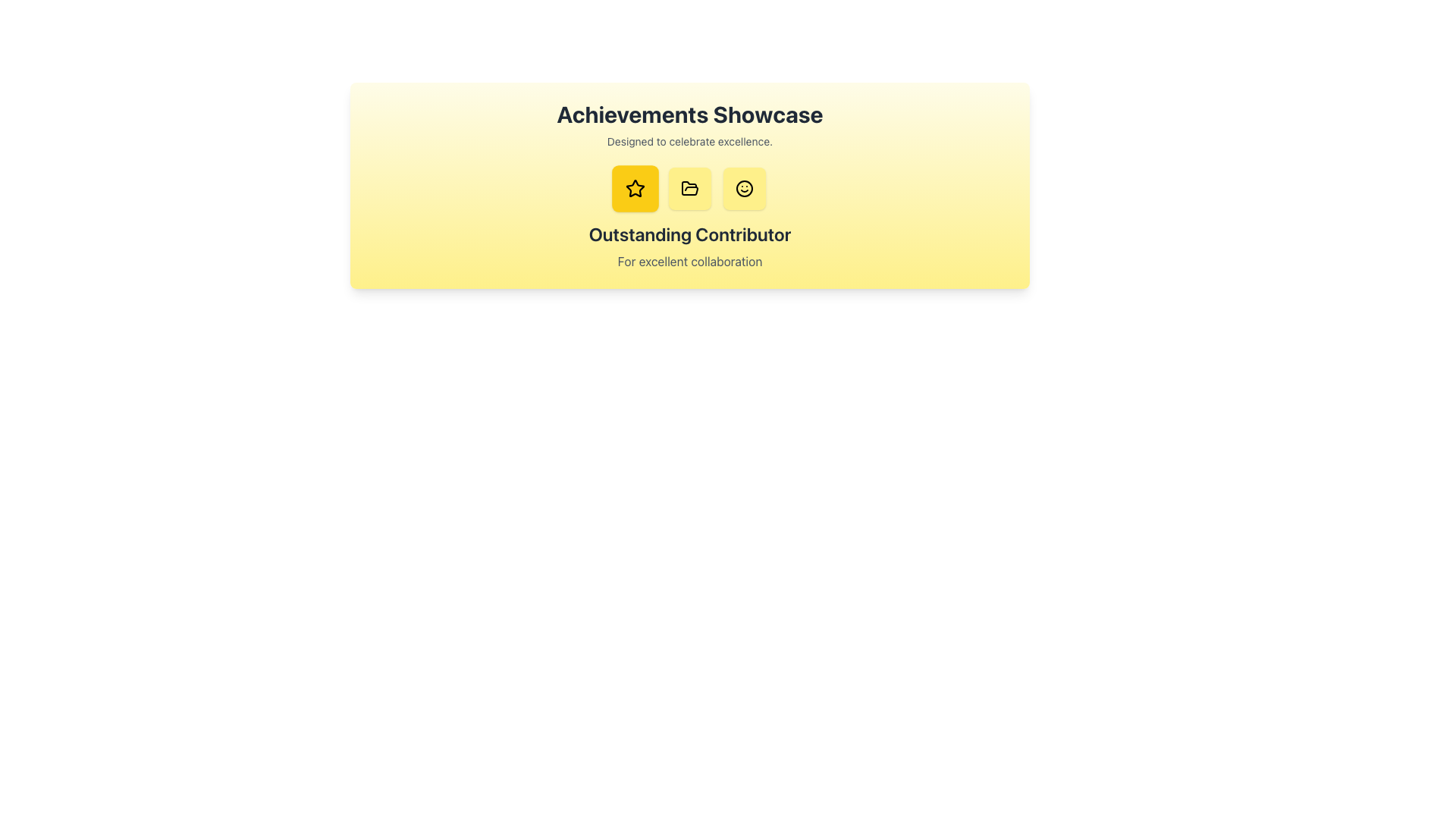 The image size is (1456, 819). What do you see at coordinates (745, 188) in the screenshot?
I see `the outer circular part of the smiley face icon located inside the third button in a horizontal row of three buttons` at bounding box center [745, 188].